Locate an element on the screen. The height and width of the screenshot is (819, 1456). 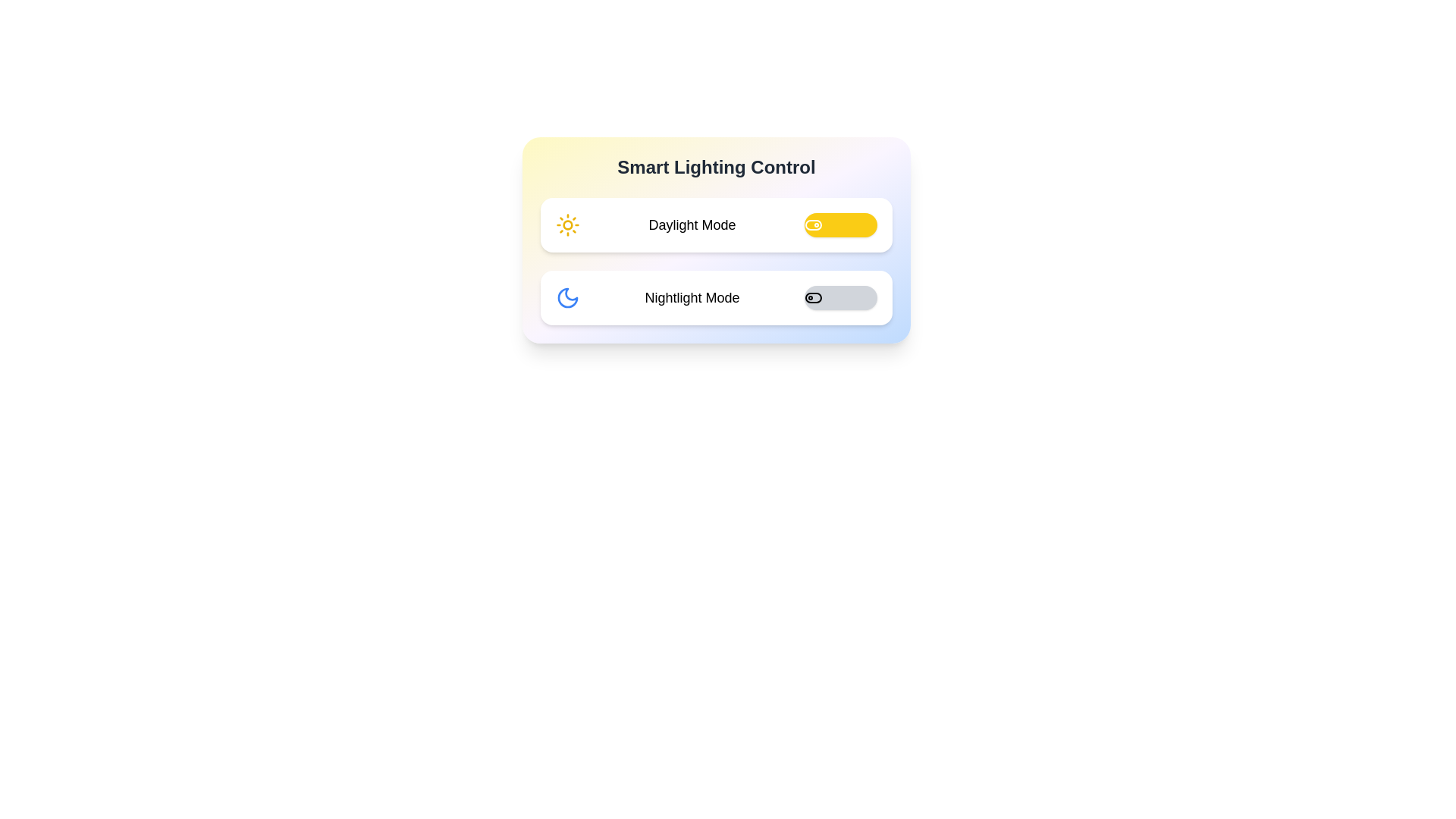
the 'Daylight Mode' SVG Icon located in the Smart Lighting Control card, positioned to the left of the text 'Daylight Mode' is located at coordinates (566, 225).